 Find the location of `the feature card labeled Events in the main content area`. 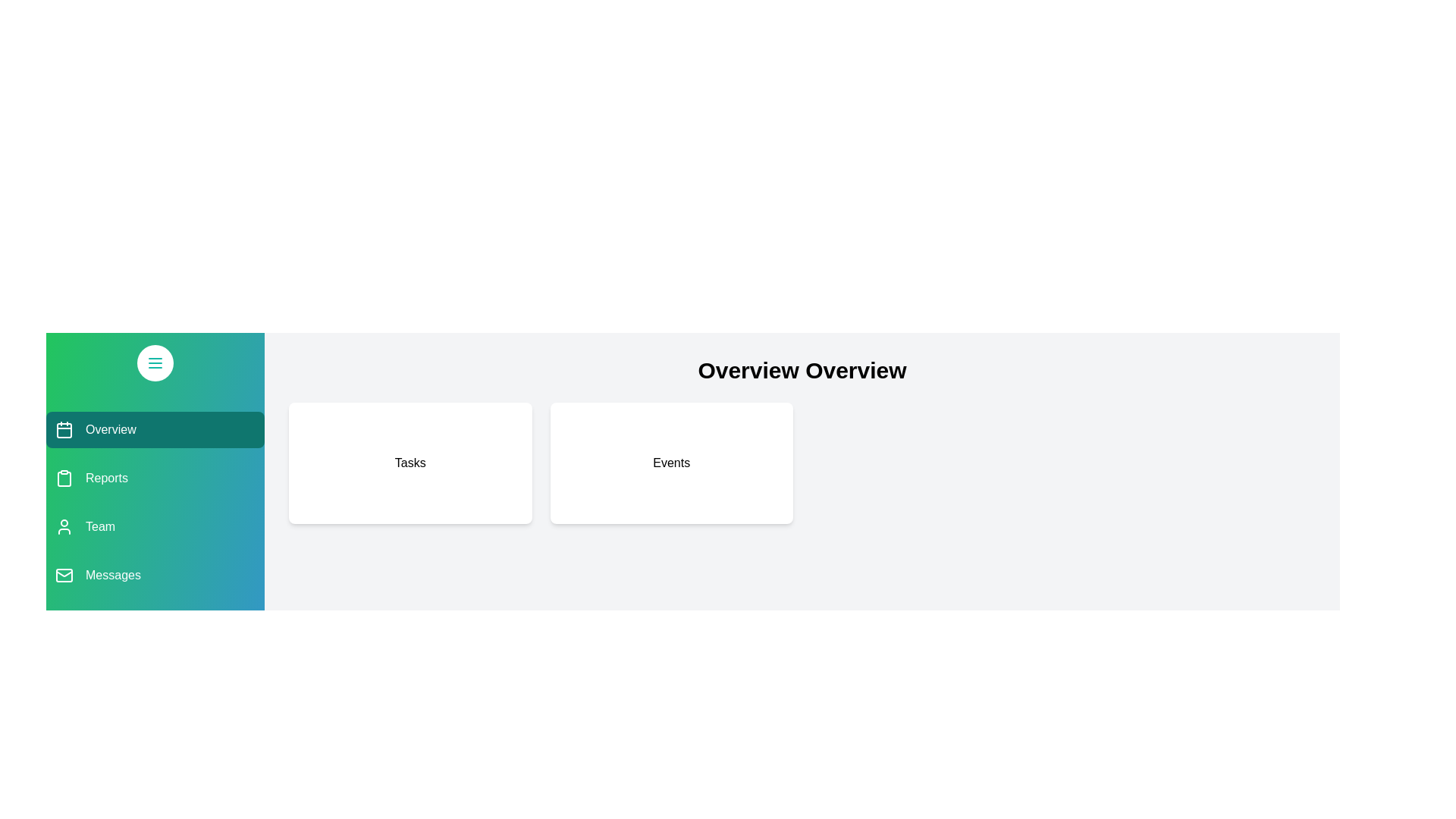

the feature card labeled Events in the main content area is located at coordinates (670, 462).